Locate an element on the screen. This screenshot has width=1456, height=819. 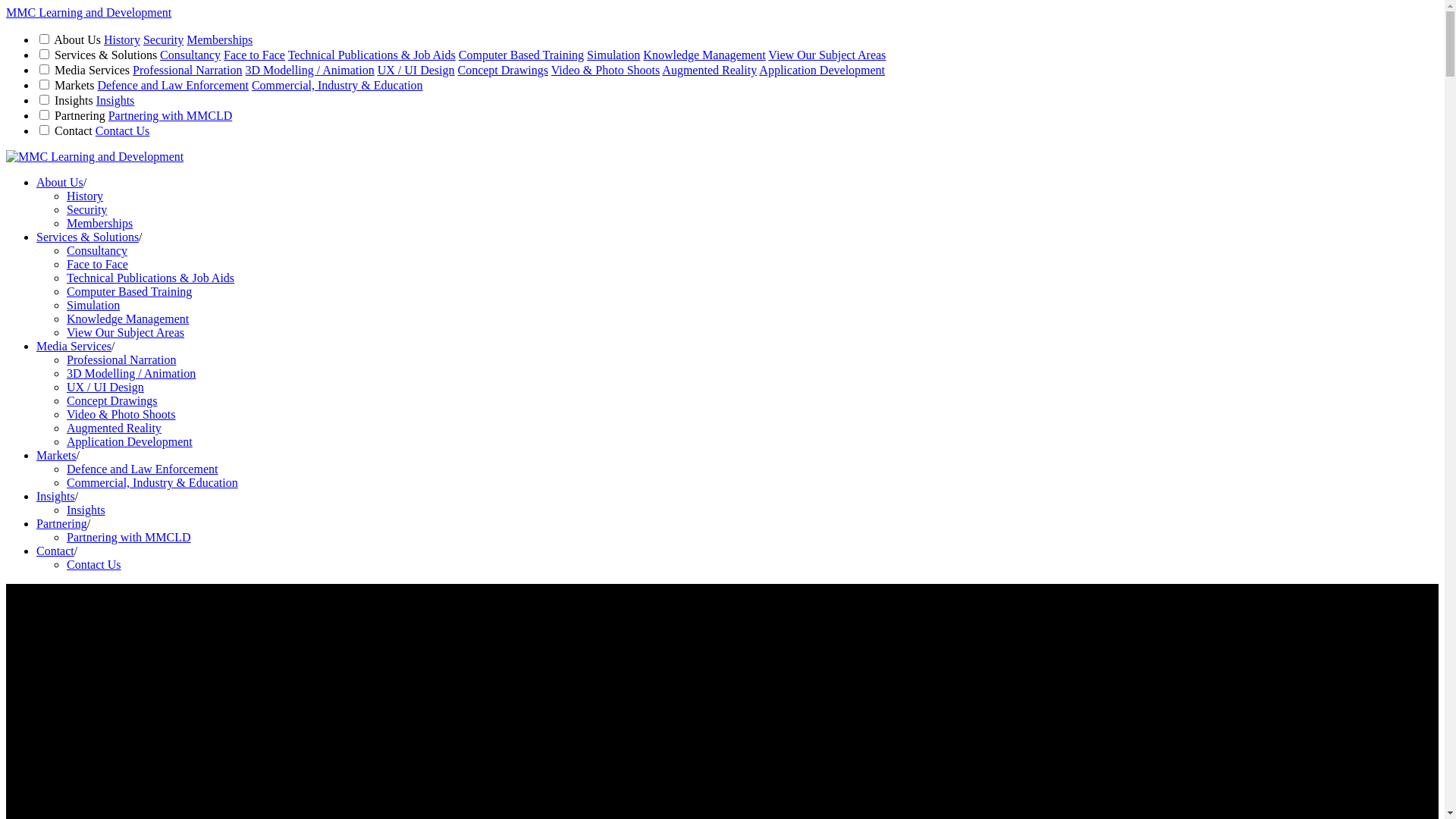
'Consultancy' is located at coordinates (189, 54).